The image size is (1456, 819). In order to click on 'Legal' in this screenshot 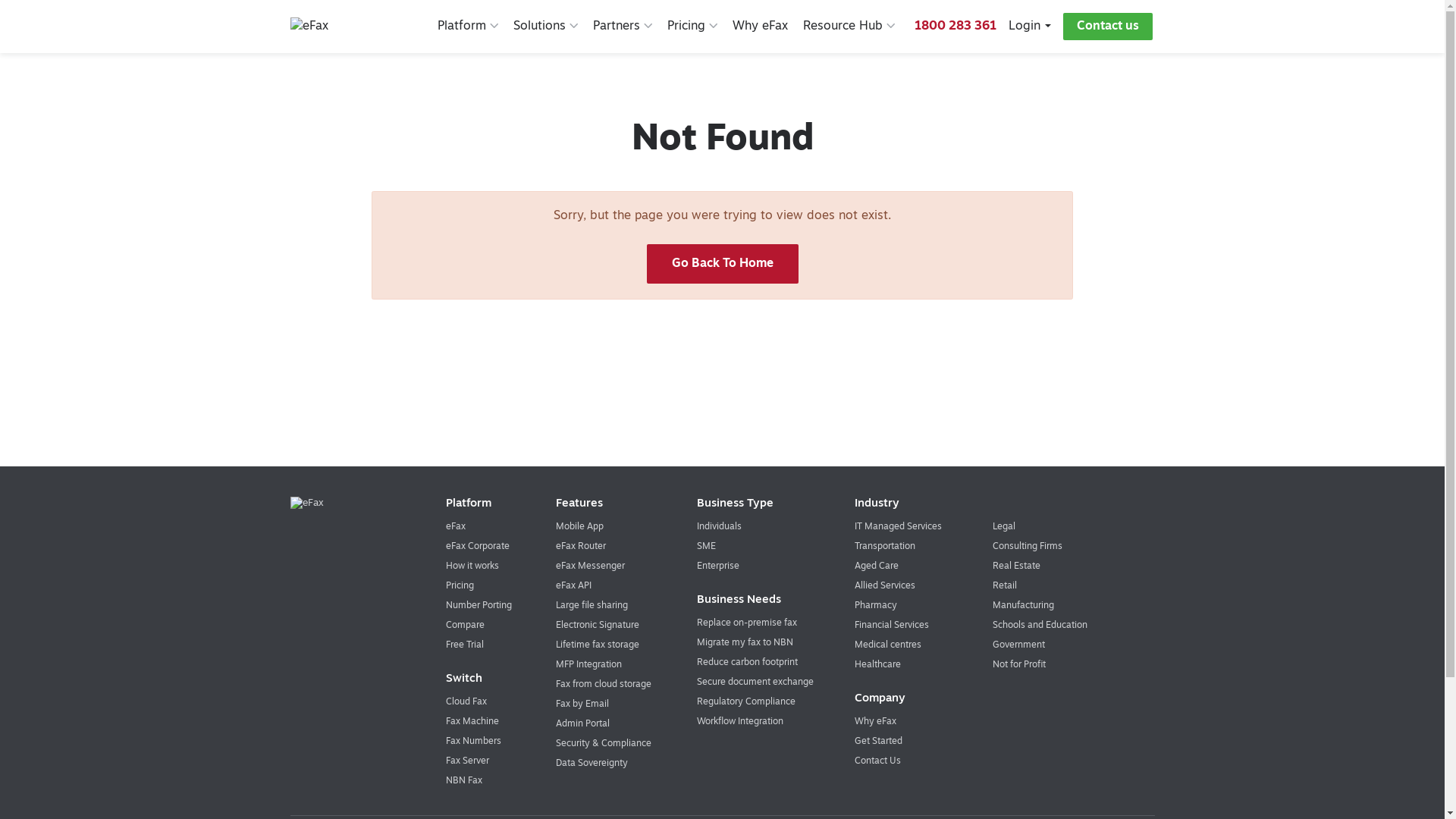, I will do `click(1004, 526)`.